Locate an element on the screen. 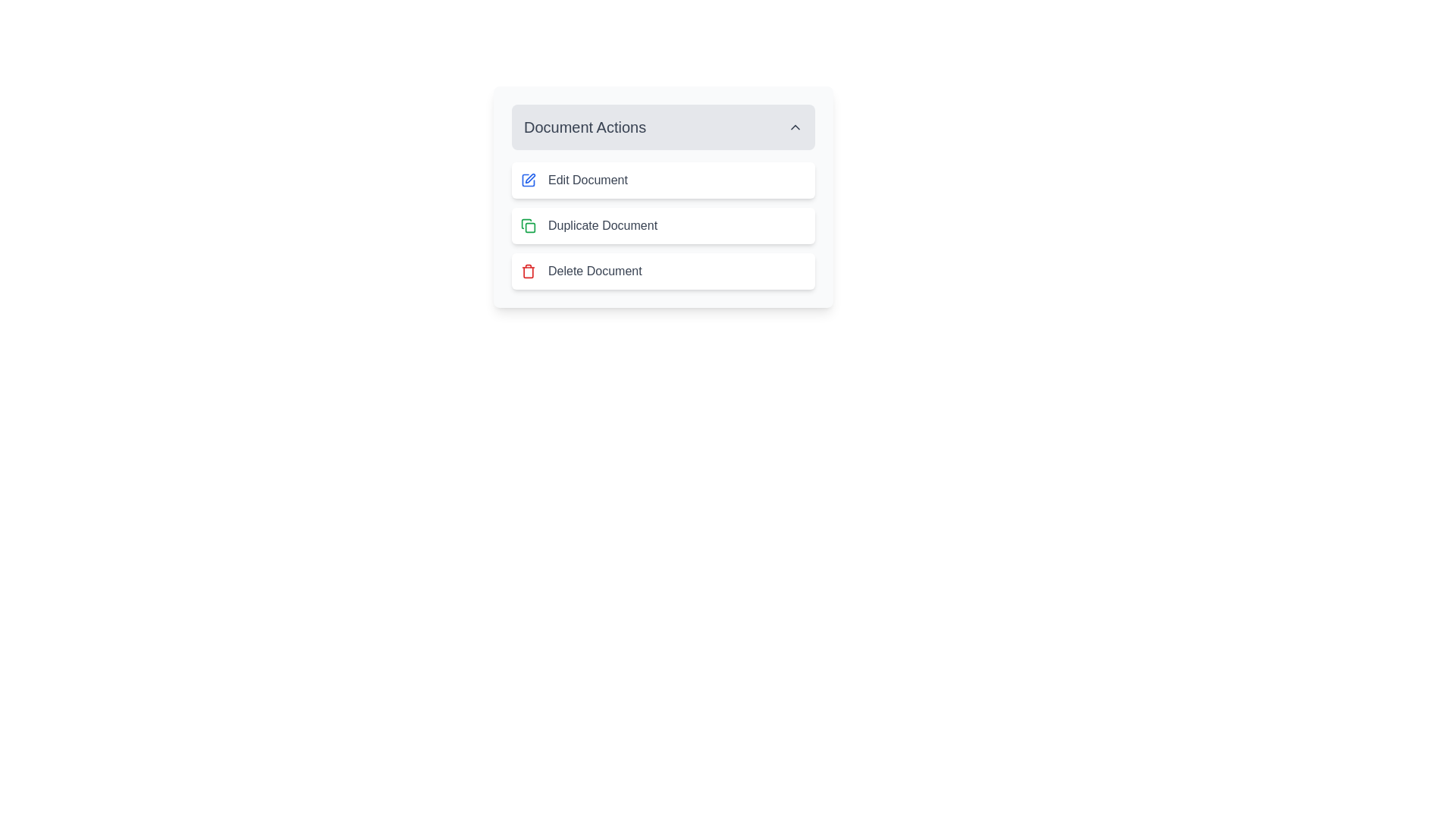 Image resolution: width=1456 pixels, height=819 pixels. the 'Duplicate Document' text label within the button-like menu item is located at coordinates (602, 225).